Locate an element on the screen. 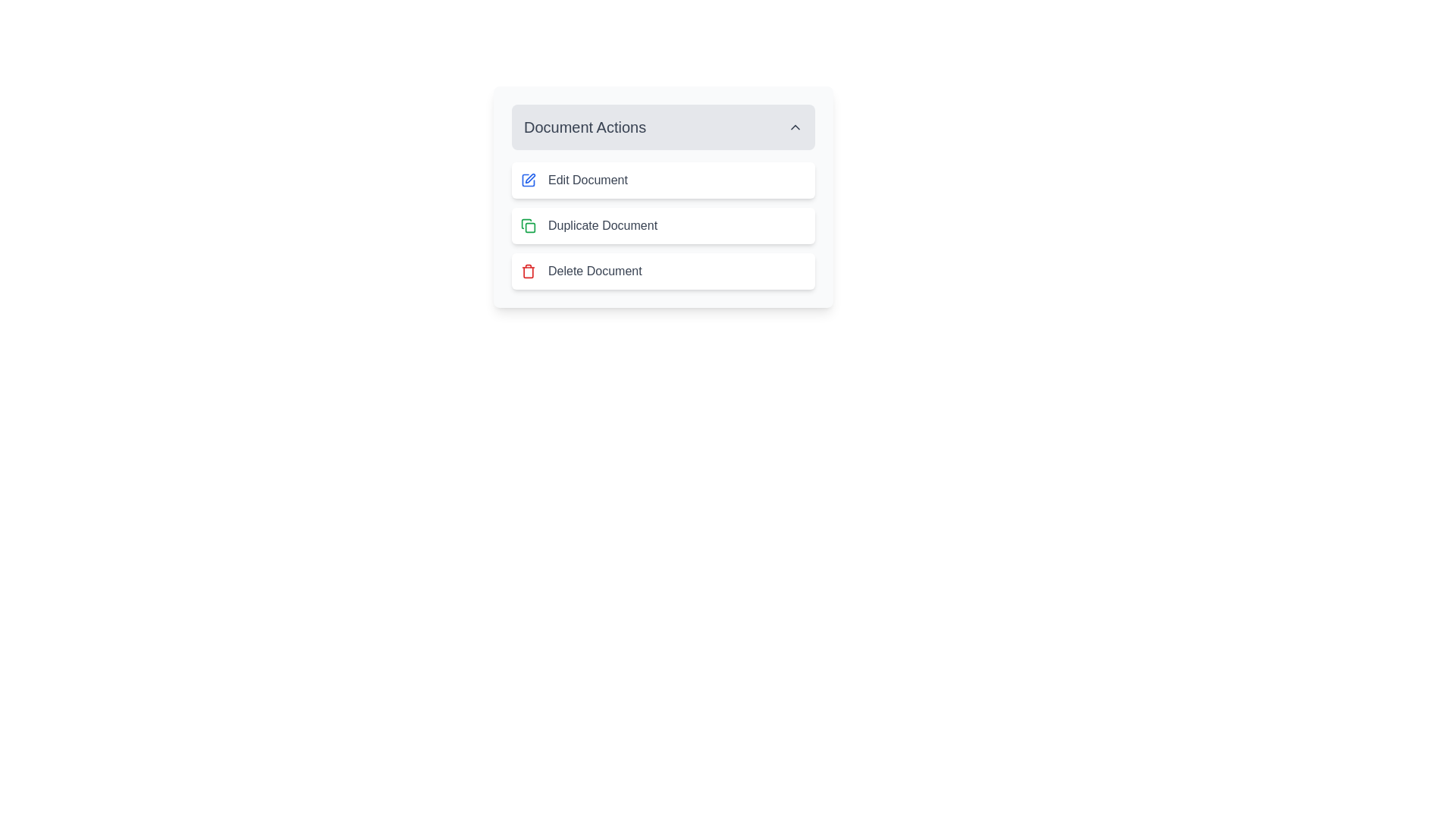 Image resolution: width=1456 pixels, height=819 pixels. the 'Duplicate Document' text label within the button-like menu item is located at coordinates (602, 225).